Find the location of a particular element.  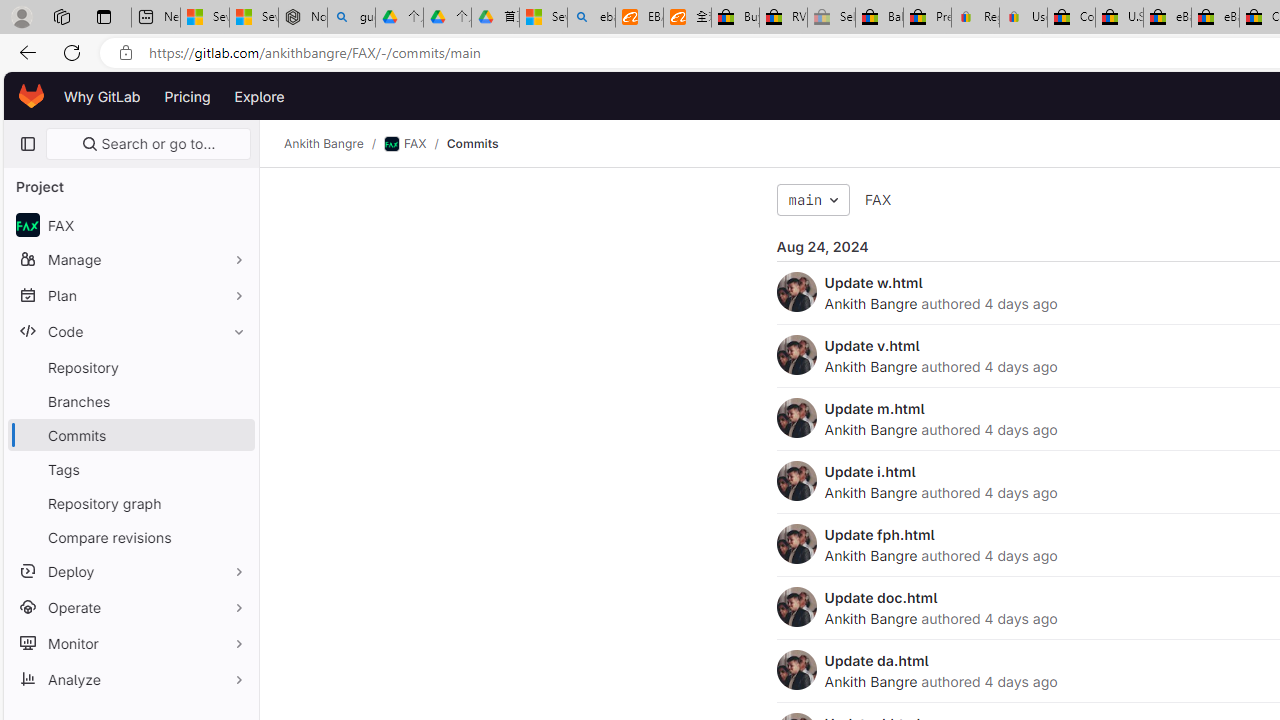

'Consumer Health Data Privacy Policy - eBay Inc.' is located at coordinates (1070, 17).